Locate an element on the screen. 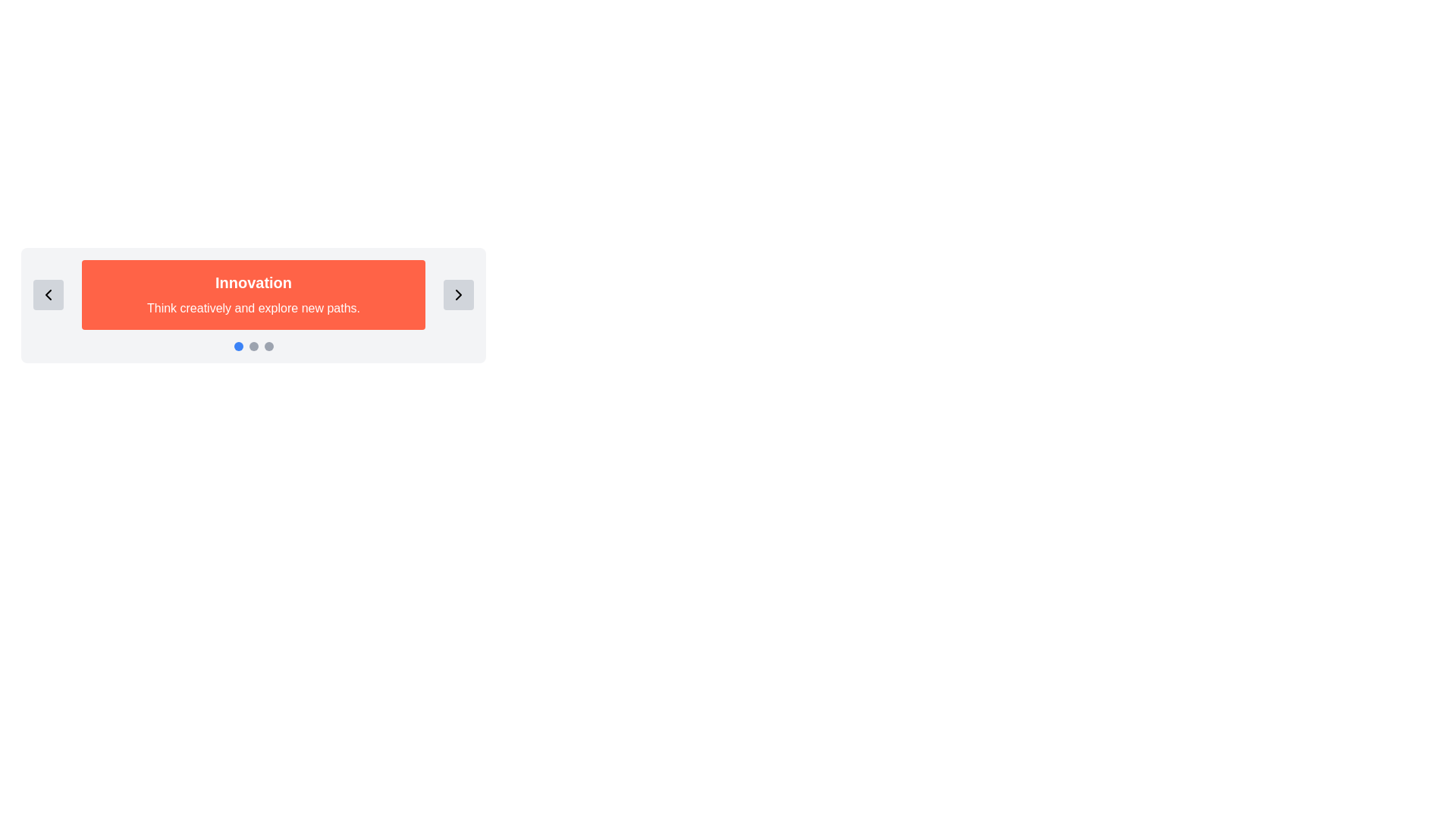 This screenshot has width=1456, height=819. the first circular indicator located at the bottom center of the carousel is located at coordinates (237, 346).